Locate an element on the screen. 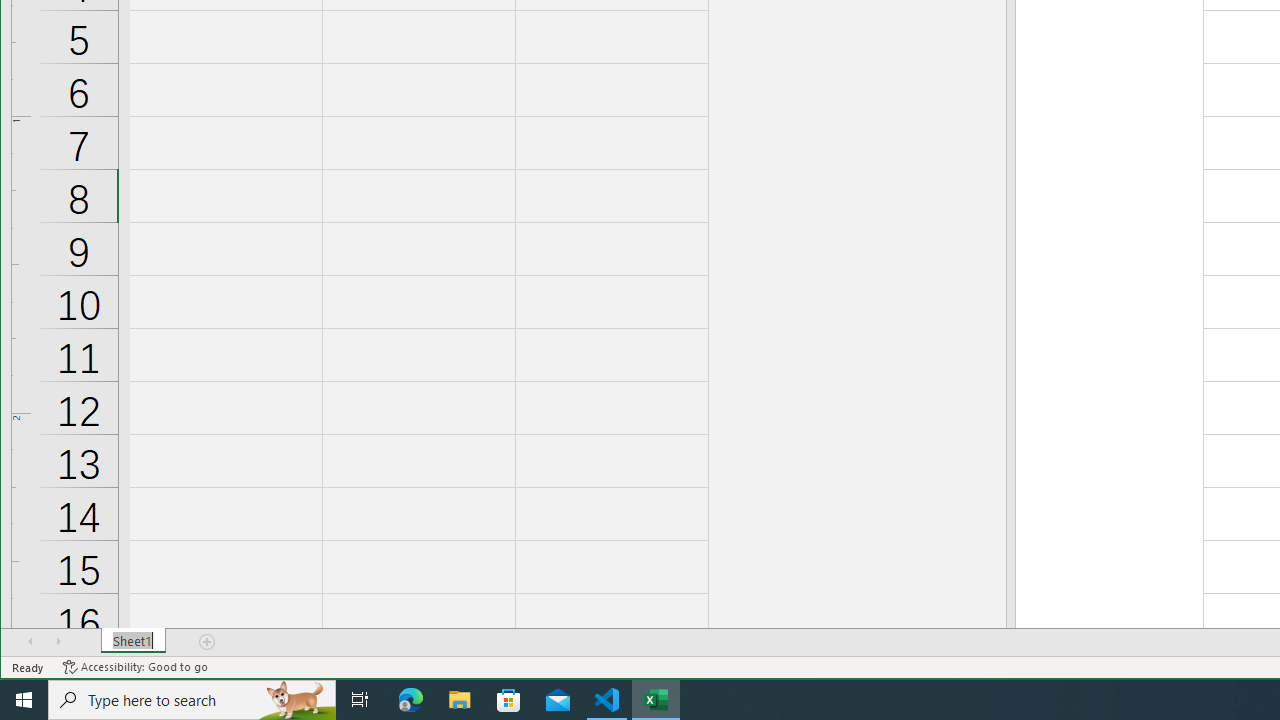 Image resolution: width=1280 pixels, height=720 pixels. 'Microsoft Store' is located at coordinates (509, 698).